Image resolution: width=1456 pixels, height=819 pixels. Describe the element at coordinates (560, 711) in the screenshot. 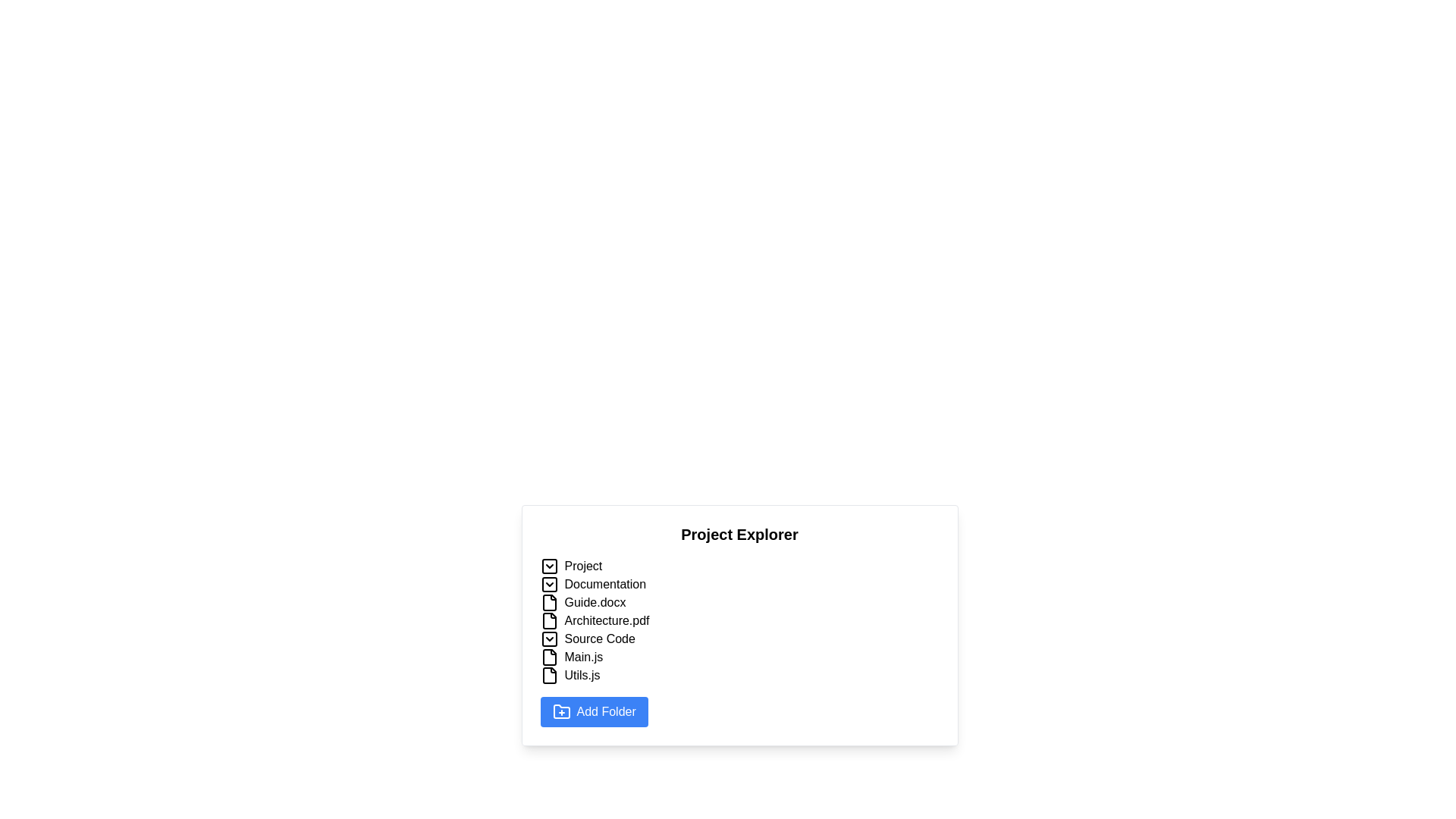

I see `the 'Add Folder' button icon located at the bottom of the 'Project Explorer' panel` at that location.